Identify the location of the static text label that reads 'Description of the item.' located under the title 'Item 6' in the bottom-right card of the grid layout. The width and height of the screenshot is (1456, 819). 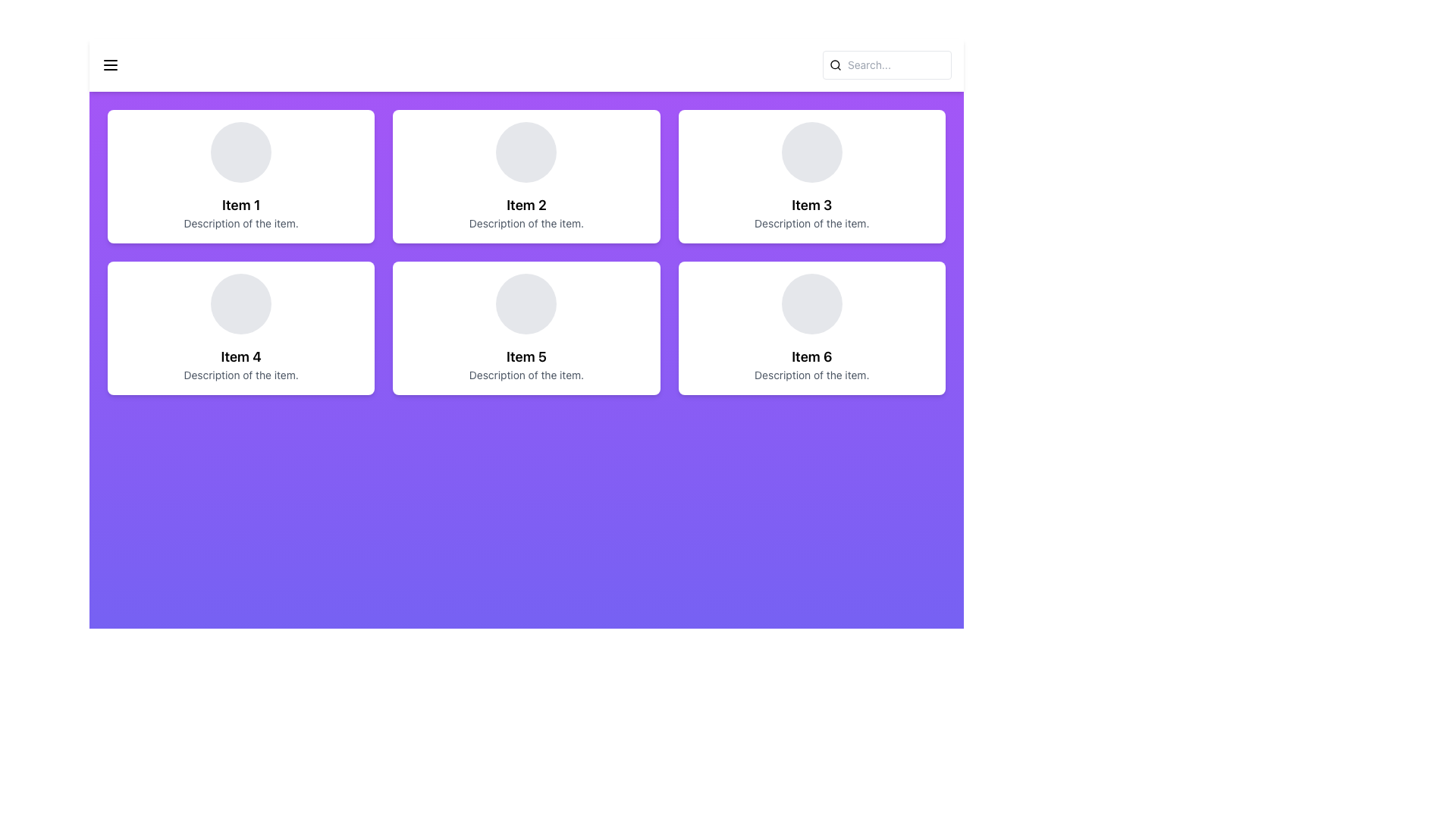
(811, 375).